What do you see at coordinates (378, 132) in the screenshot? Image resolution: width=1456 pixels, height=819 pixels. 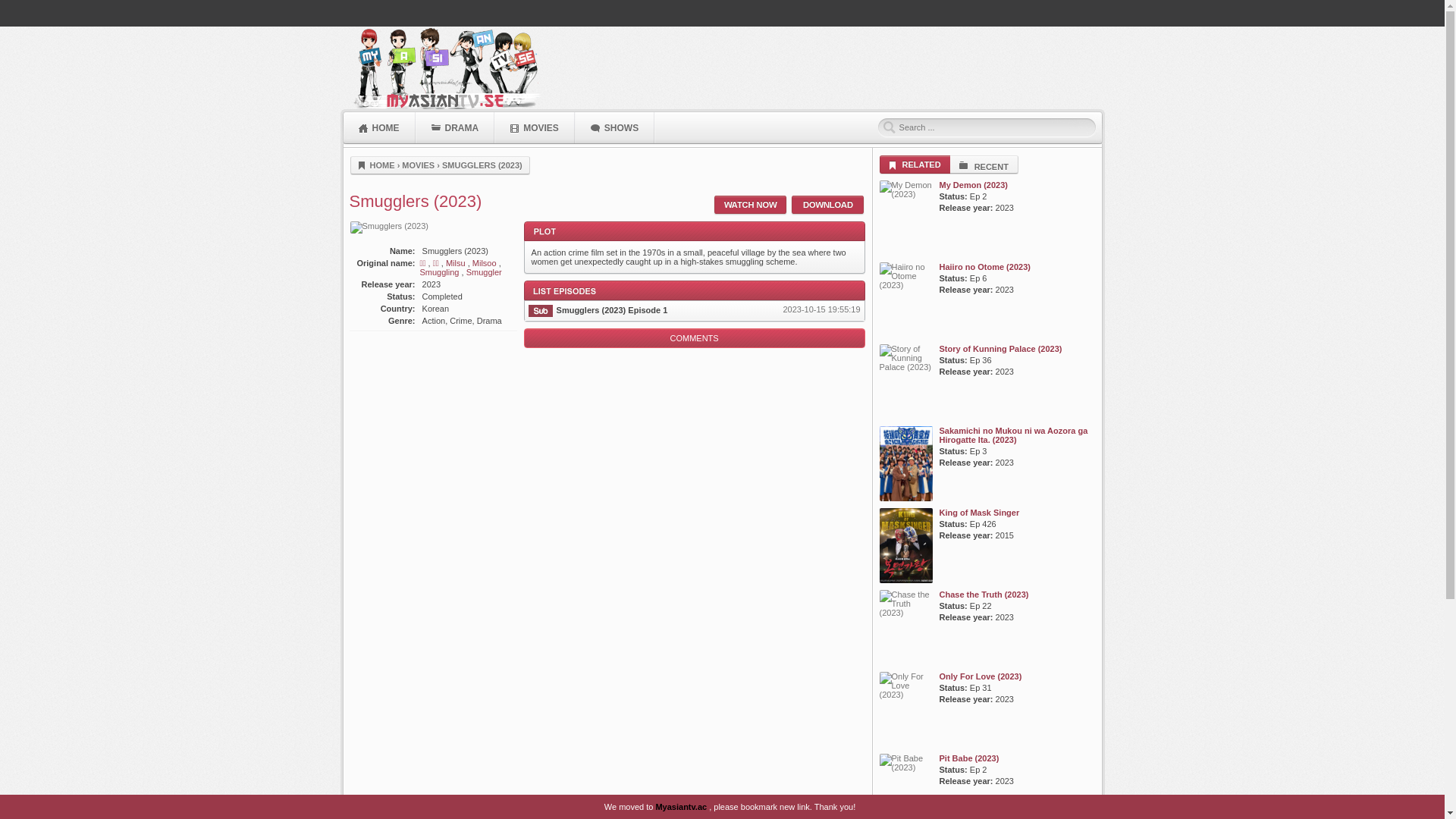 I see `'HOME'` at bounding box center [378, 132].